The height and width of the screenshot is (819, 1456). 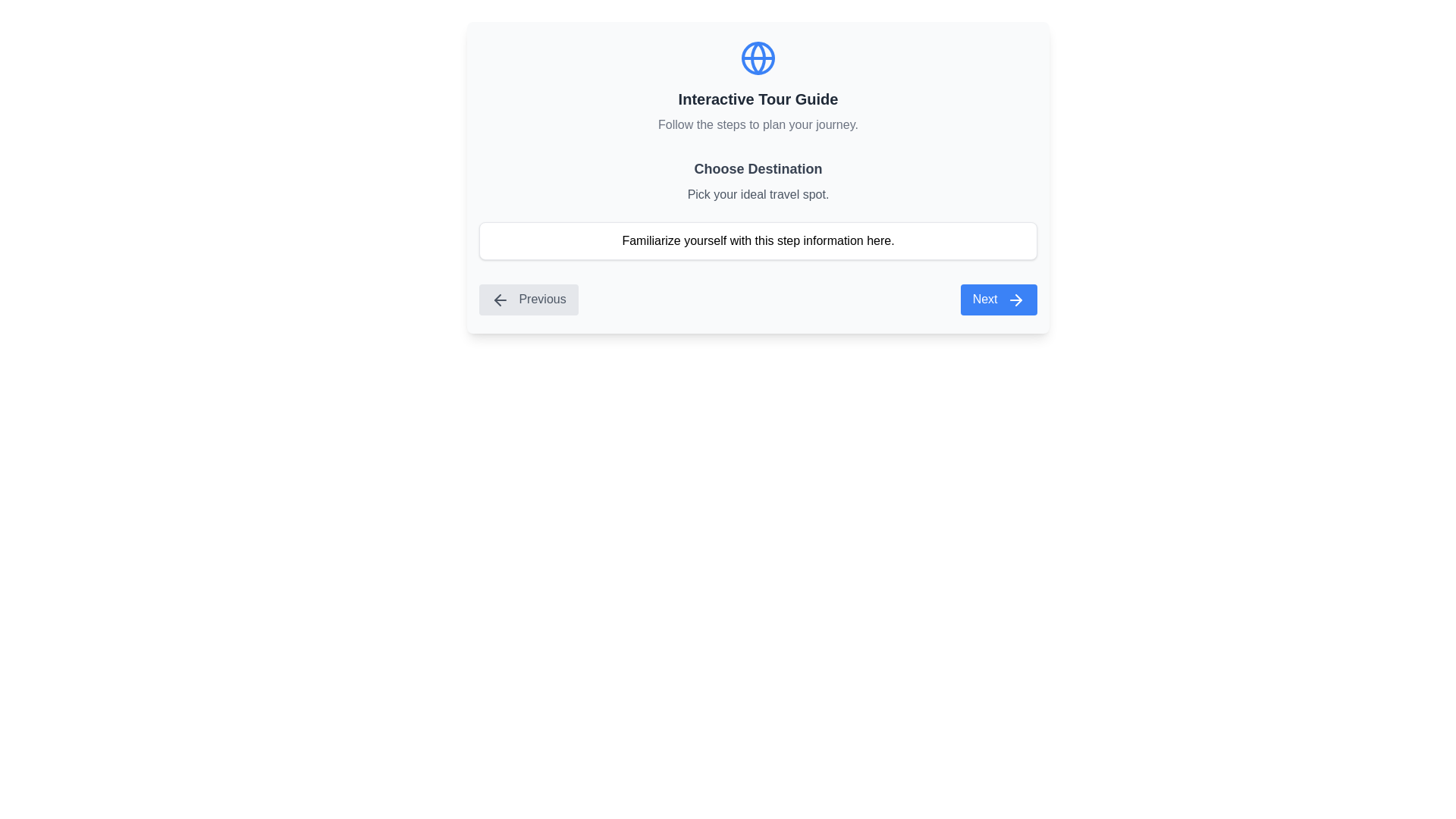 I want to click on the section using the 'Interactive Tour Guide' text block and its globe icon as a reference, so click(x=758, y=87).